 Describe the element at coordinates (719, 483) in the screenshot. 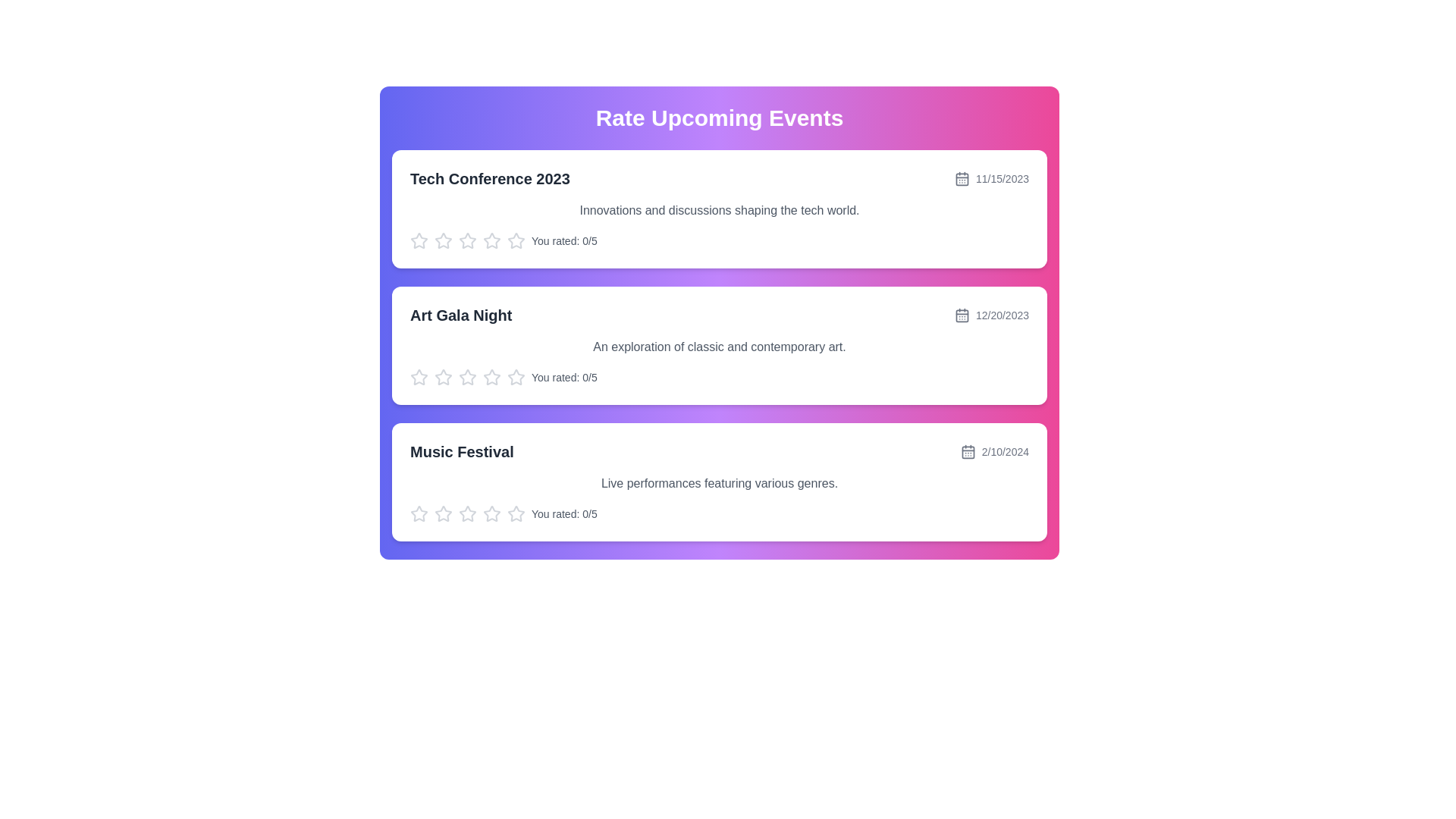

I see `descriptive text element located under the title 'Music Festival' in the list of upcoming events, which provides additional information about the performances` at that location.